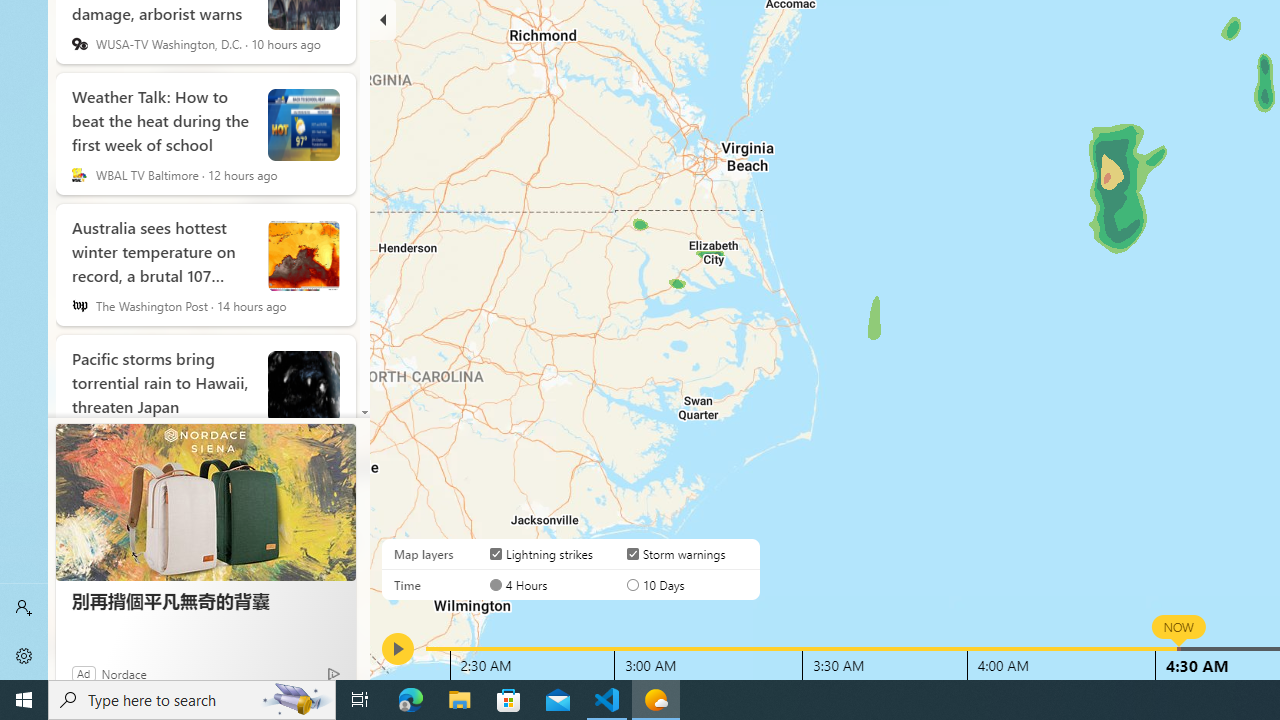 This screenshot has height=720, width=1280. Describe the element at coordinates (459, 698) in the screenshot. I see `'File Explorer'` at that location.